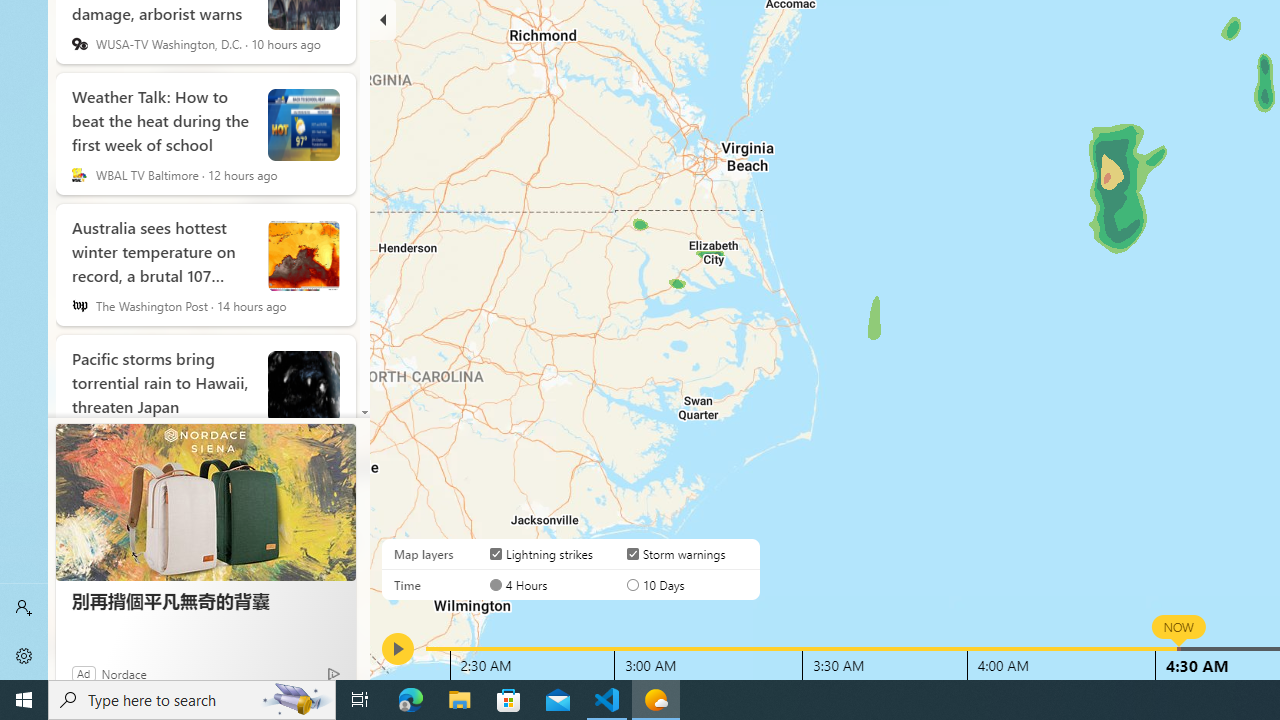 This screenshot has height=720, width=1280. Describe the element at coordinates (459, 698) in the screenshot. I see `'File Explorer'` at that location.